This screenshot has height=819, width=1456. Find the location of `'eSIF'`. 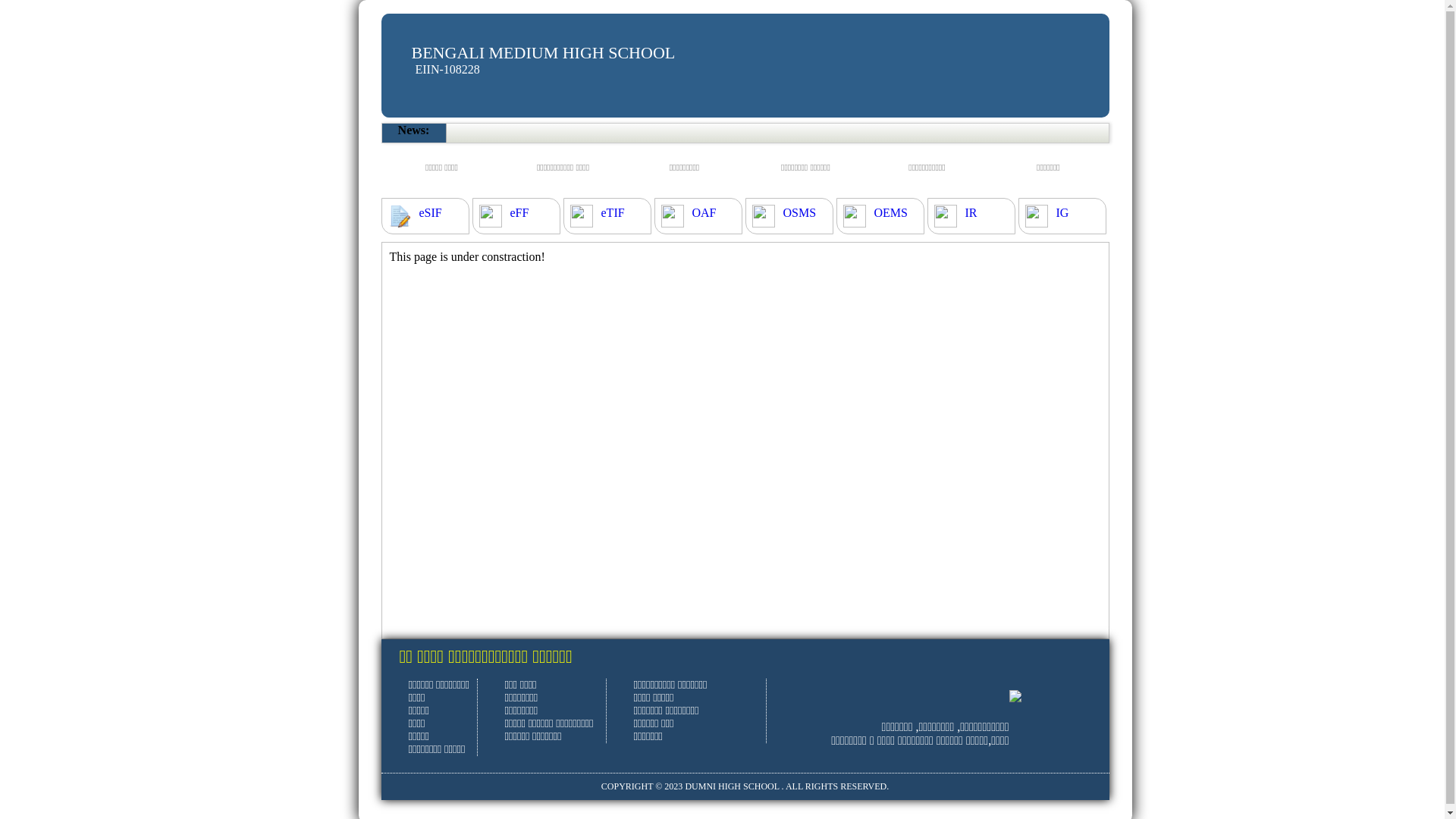

'eSIF' is located at coordinates (428, 213).